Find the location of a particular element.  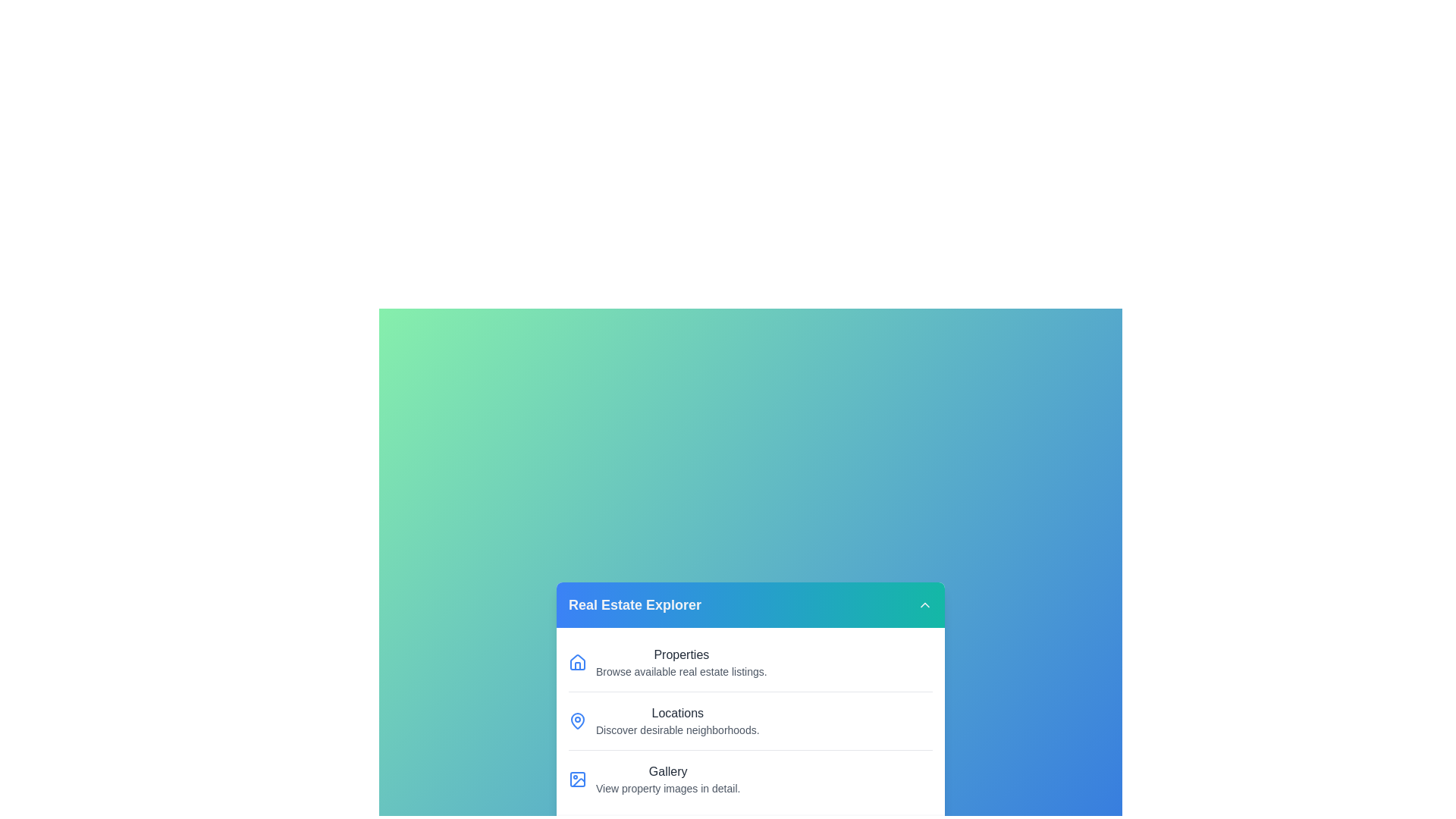

the menu item corresponding to Gallery is located at coordinates (750, 779).